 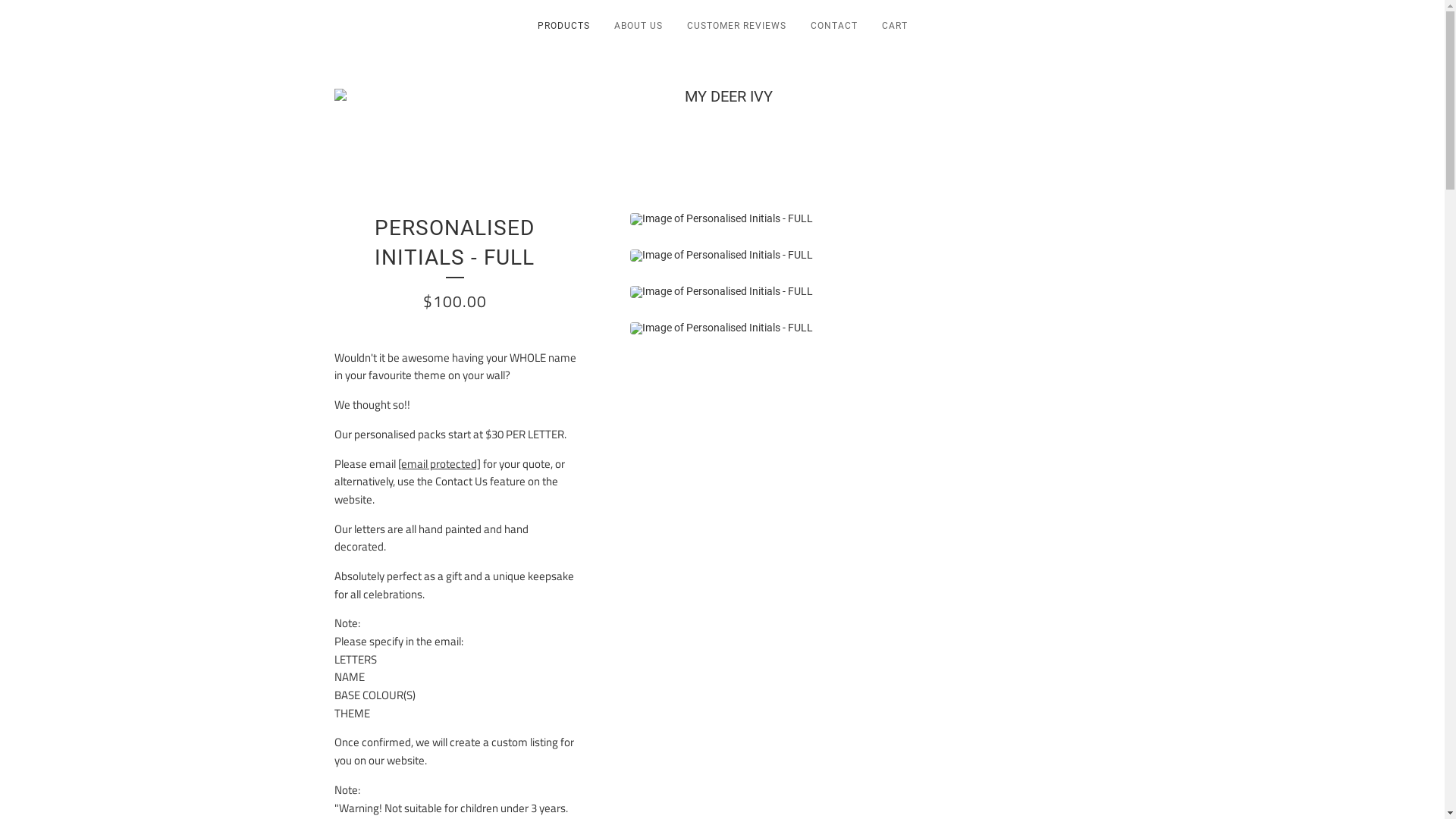 I want to click on 'CONTACT', so click(x=833, y=29).